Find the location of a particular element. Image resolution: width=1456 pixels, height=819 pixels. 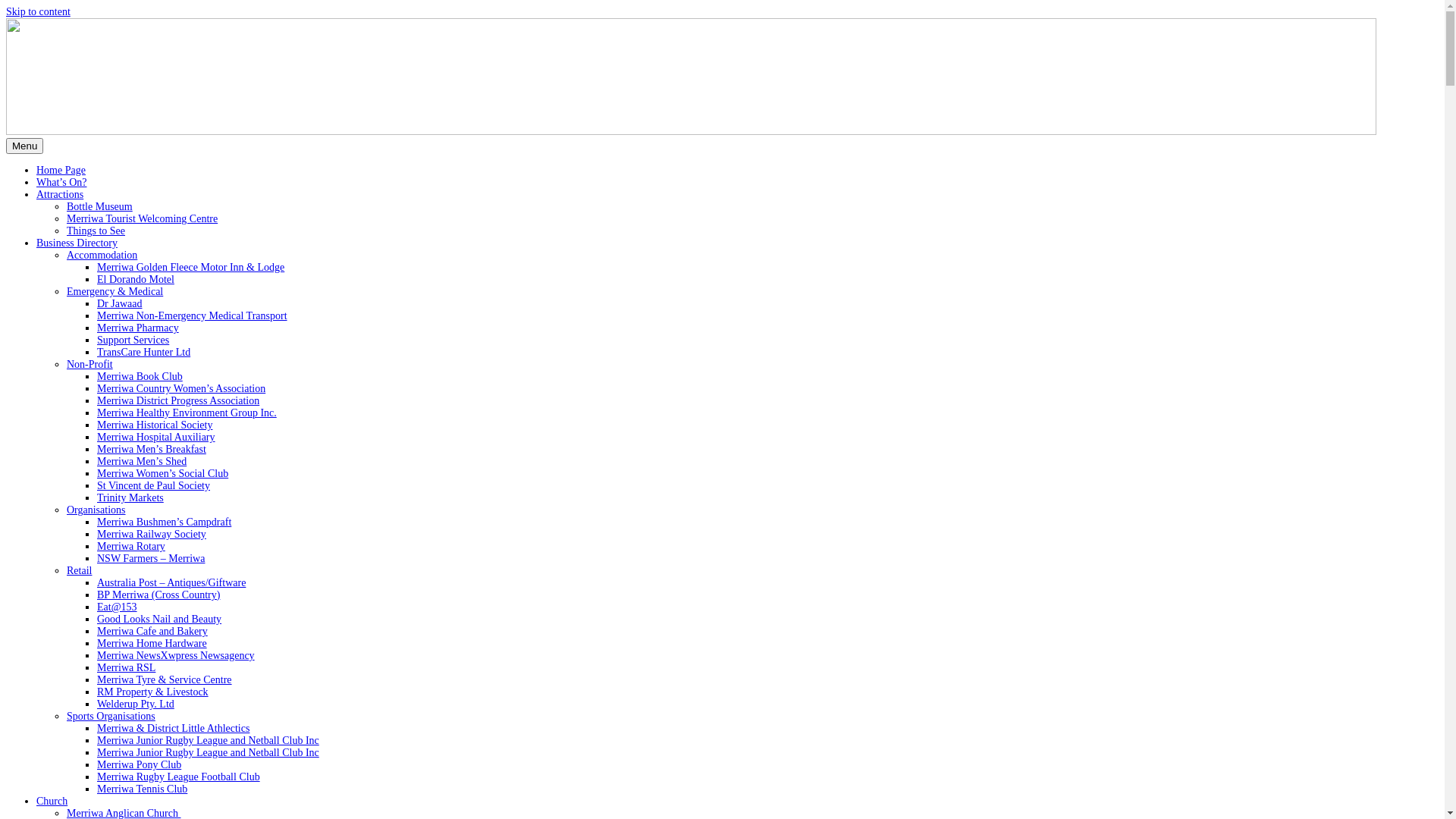

'Merriwa Golden Fleece Motor Inn & Lodge' is located at coordinates (190, 266).